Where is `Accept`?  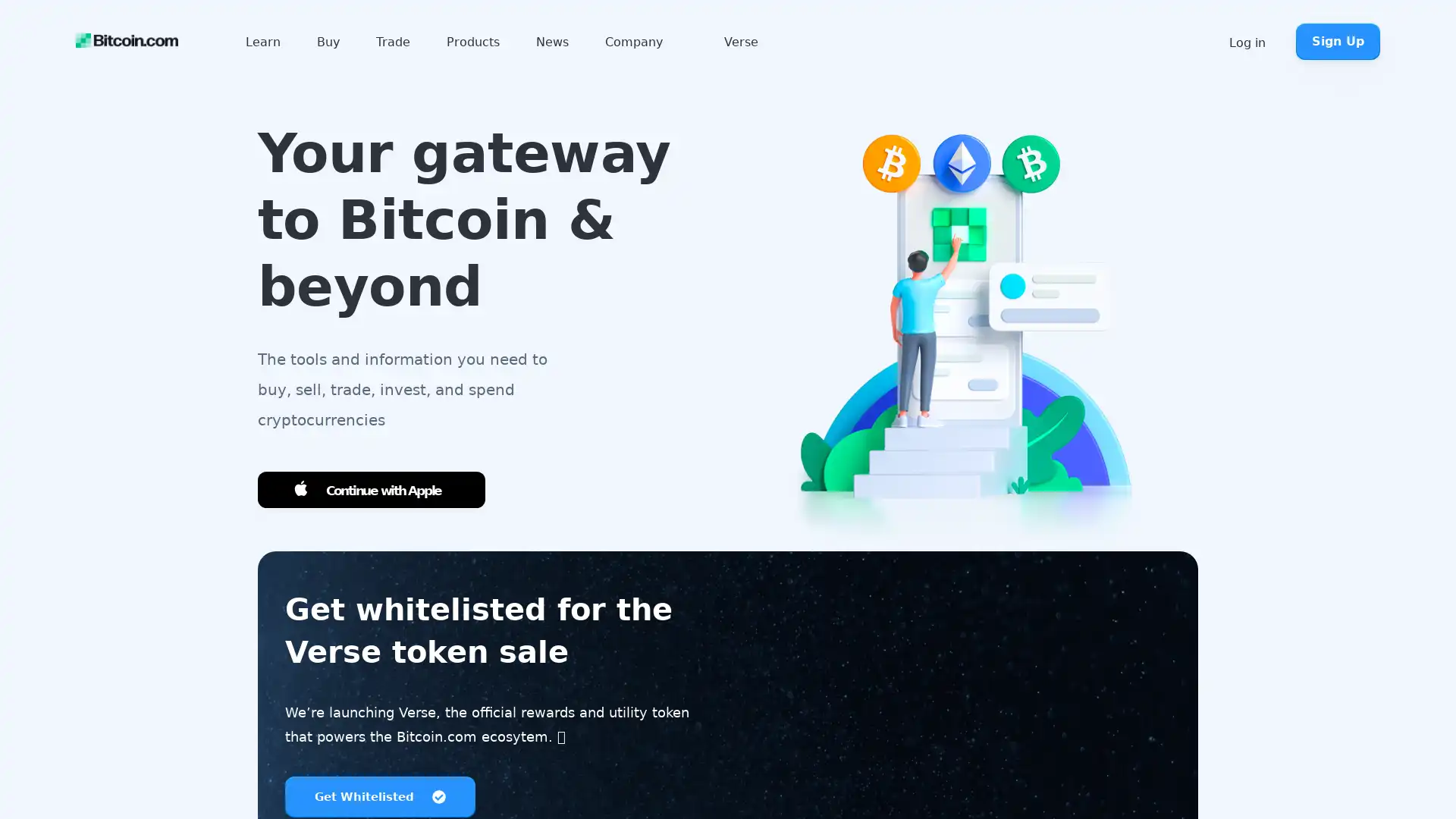
Accept is located at coordinates (1273, 774).